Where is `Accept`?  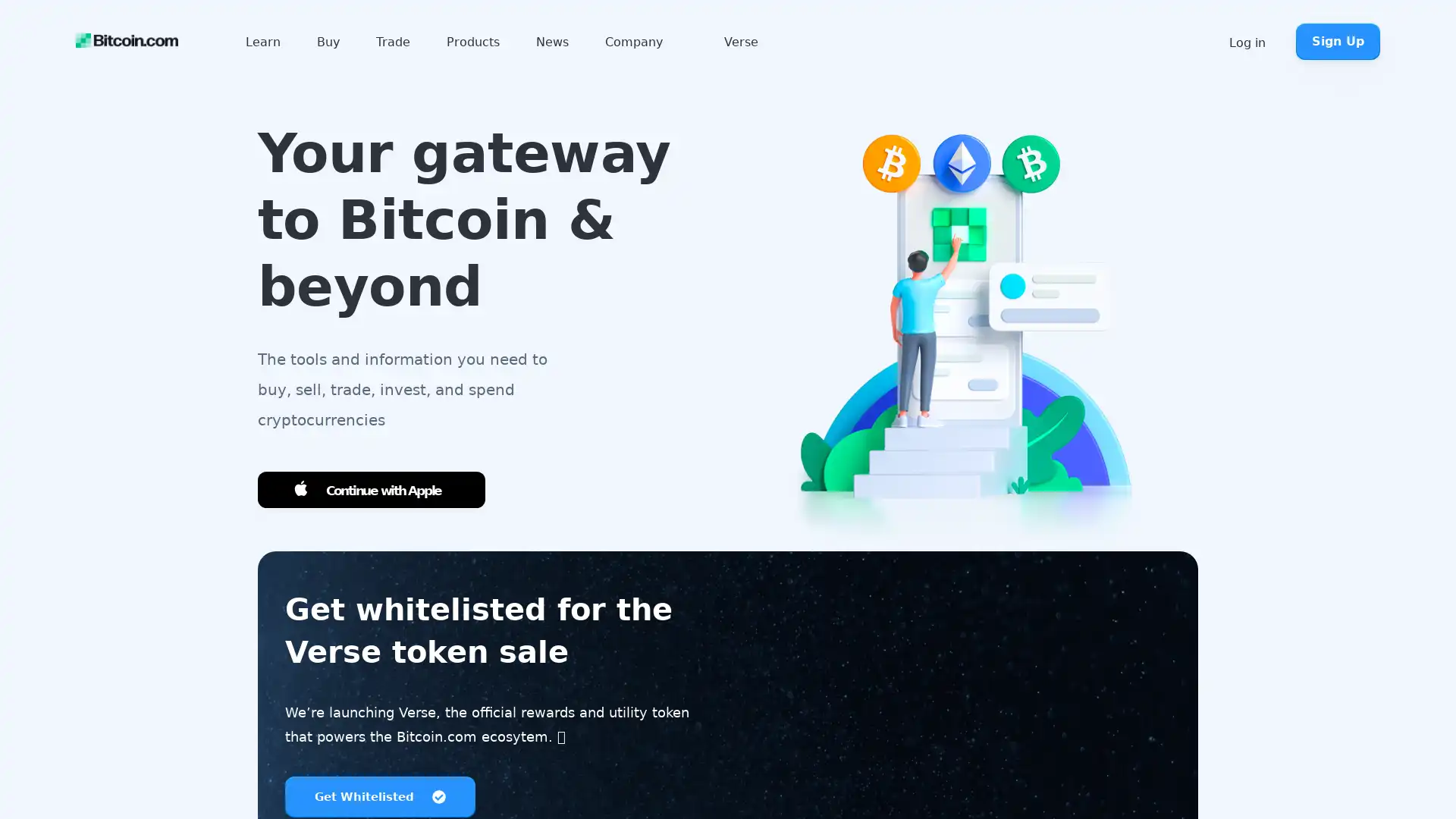
Accept is located at coordinates (1273, 774).